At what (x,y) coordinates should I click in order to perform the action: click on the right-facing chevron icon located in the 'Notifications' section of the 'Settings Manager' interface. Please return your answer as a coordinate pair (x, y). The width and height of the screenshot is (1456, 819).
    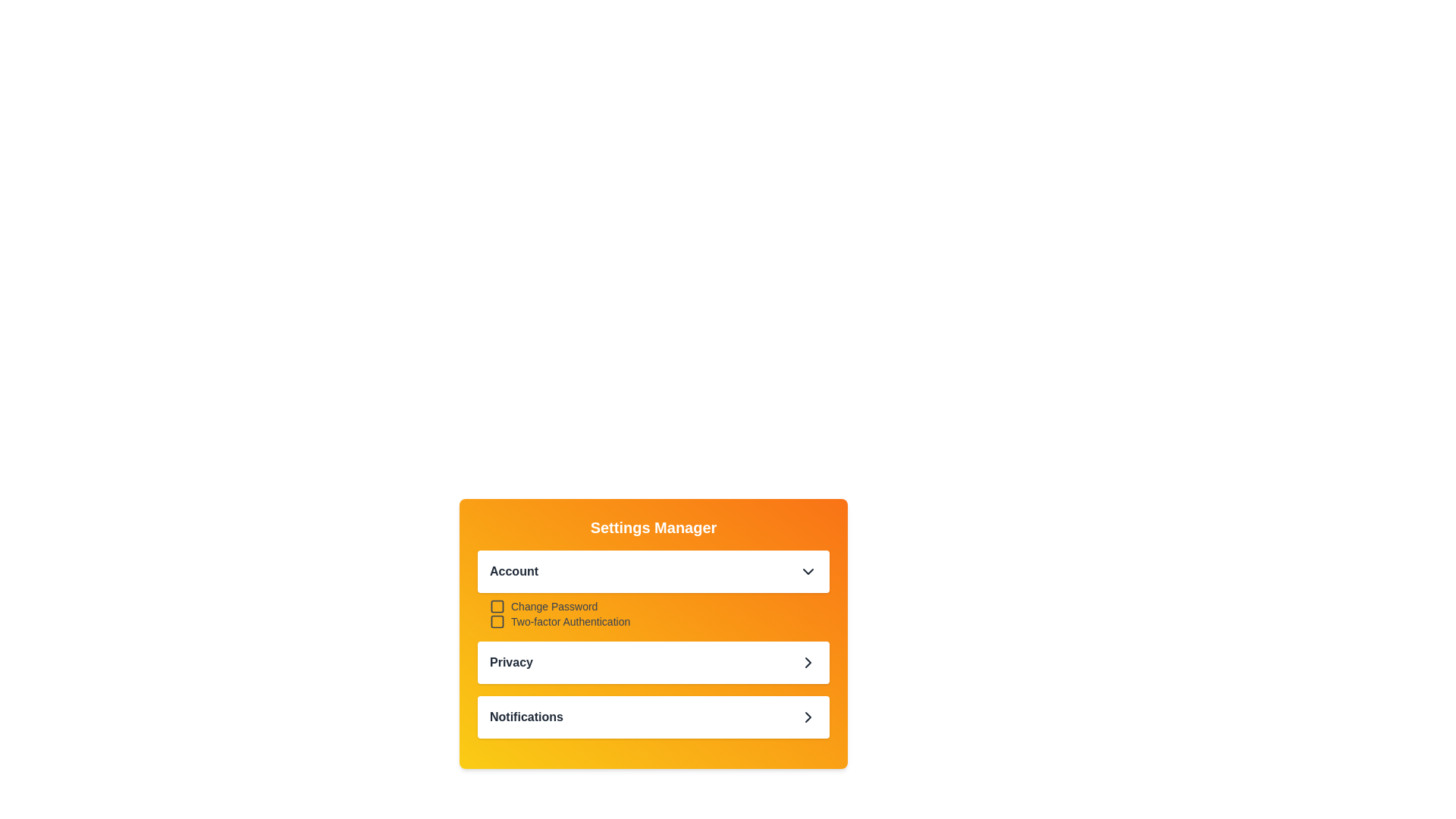
    Looking at the image, I should click on (807, 717).